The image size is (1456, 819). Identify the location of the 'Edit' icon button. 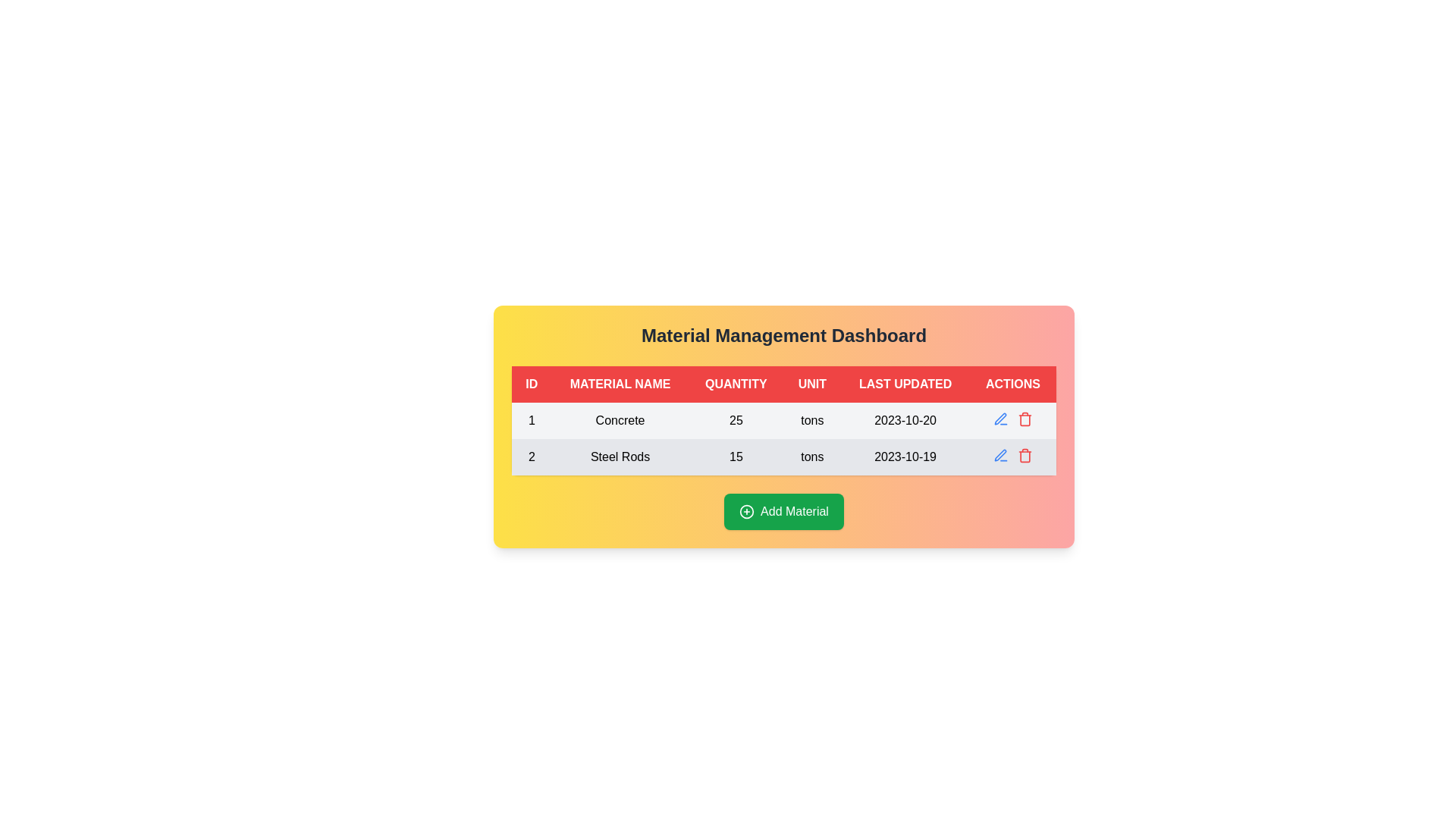
(1000, 419).